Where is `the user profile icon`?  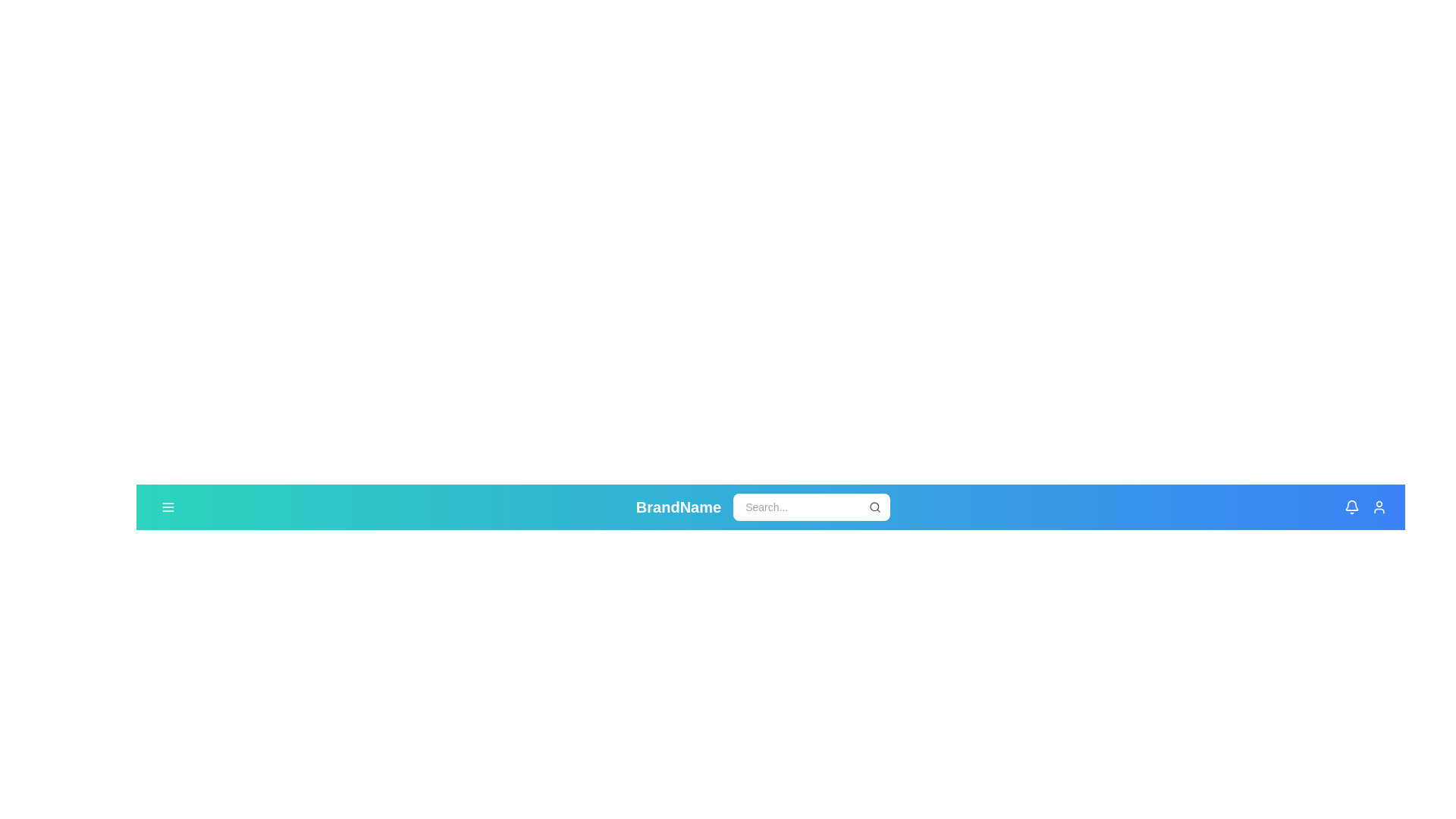
the user profile icon is located at coordinates (1379, 507).